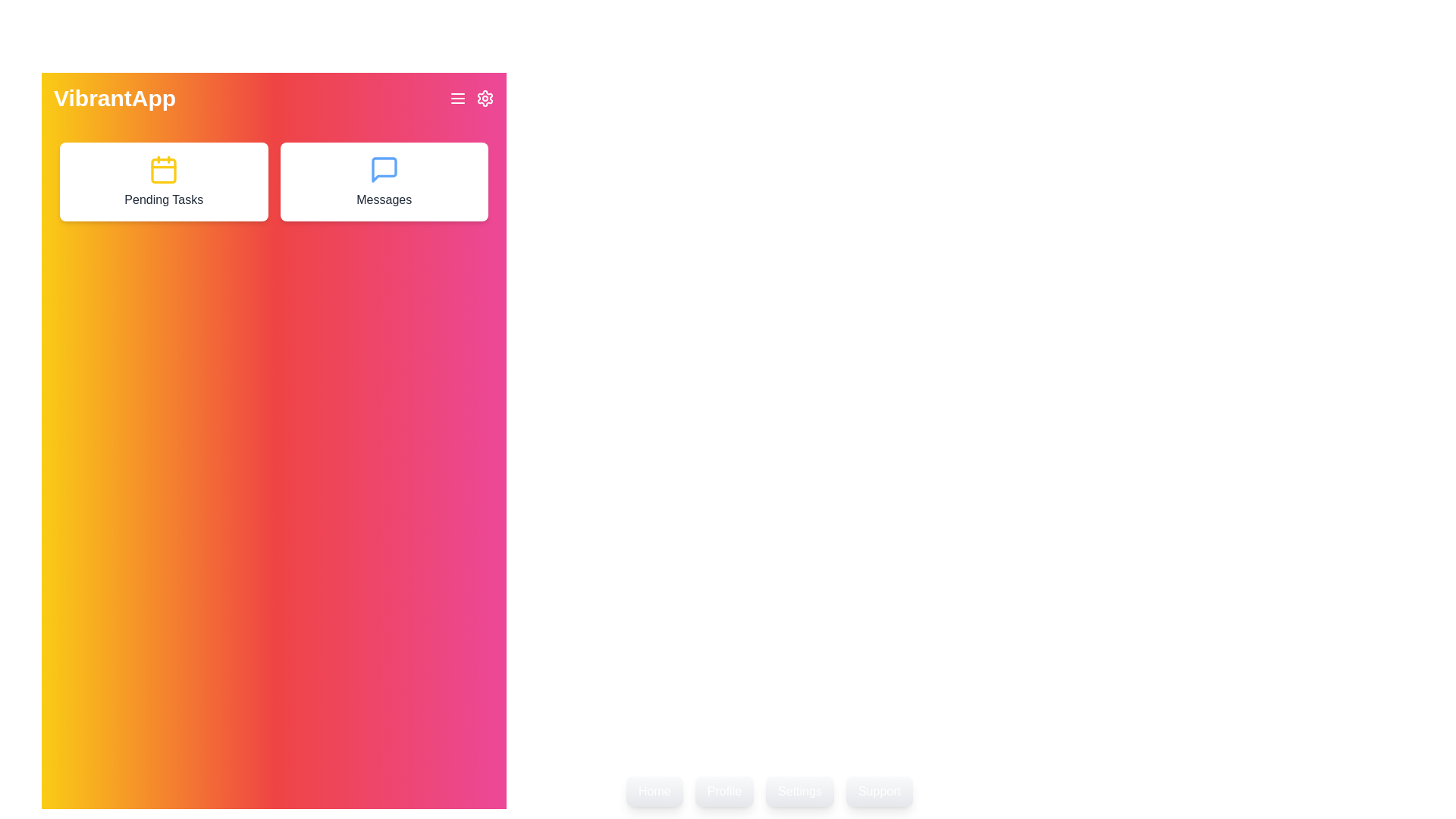 This screenshot has height=819, width=1456. Describe the element at coordinates (654, 791) in the screenshot. I see `the 'Home' button in the footer` at that location.